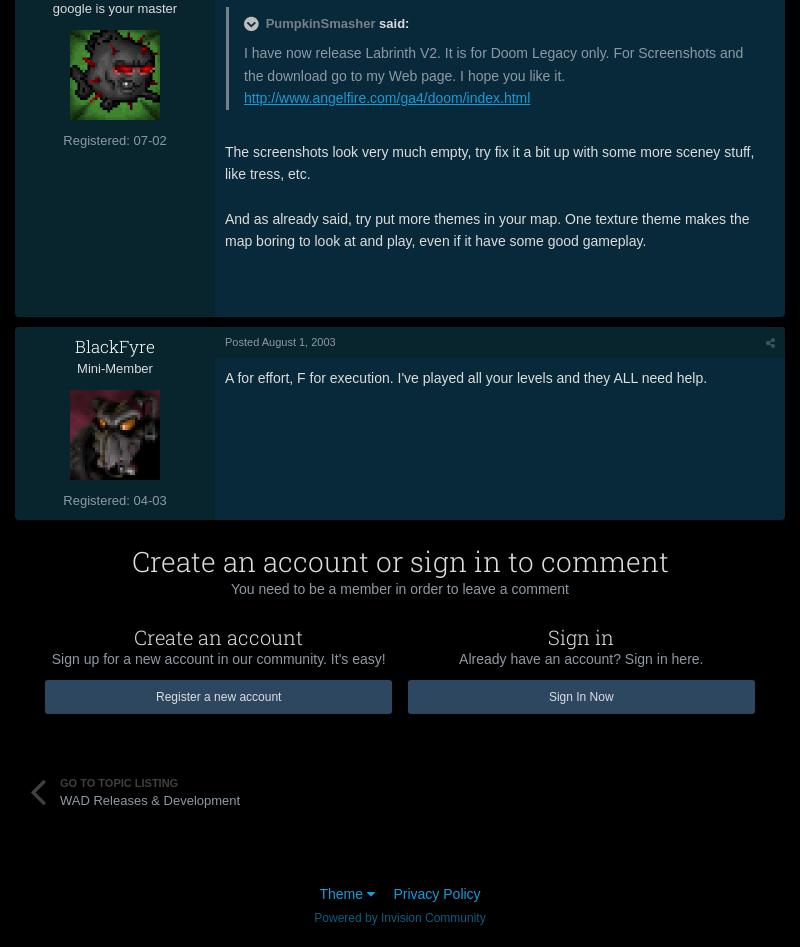 The image size is (800, 947). Describe the element at coordinates (218, 657) in the screenshot. I see `'Sign up for a new account in our community. It's easy!'` at that location.